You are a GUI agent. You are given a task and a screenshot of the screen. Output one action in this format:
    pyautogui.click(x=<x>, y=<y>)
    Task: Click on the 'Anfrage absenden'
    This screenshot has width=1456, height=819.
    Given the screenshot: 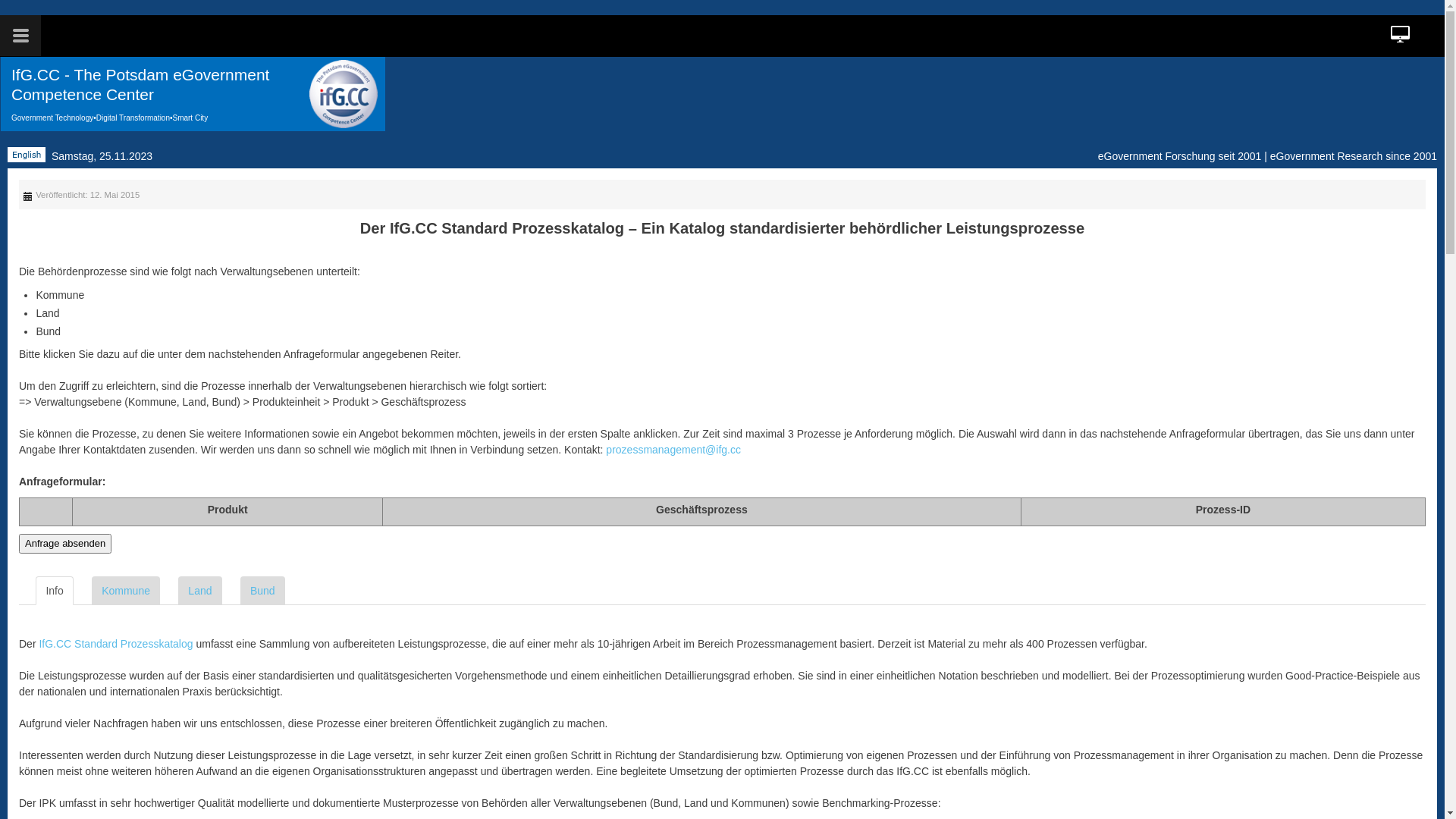 What is the action you would take?
    pyautogui.click(x=64, y=543)
    